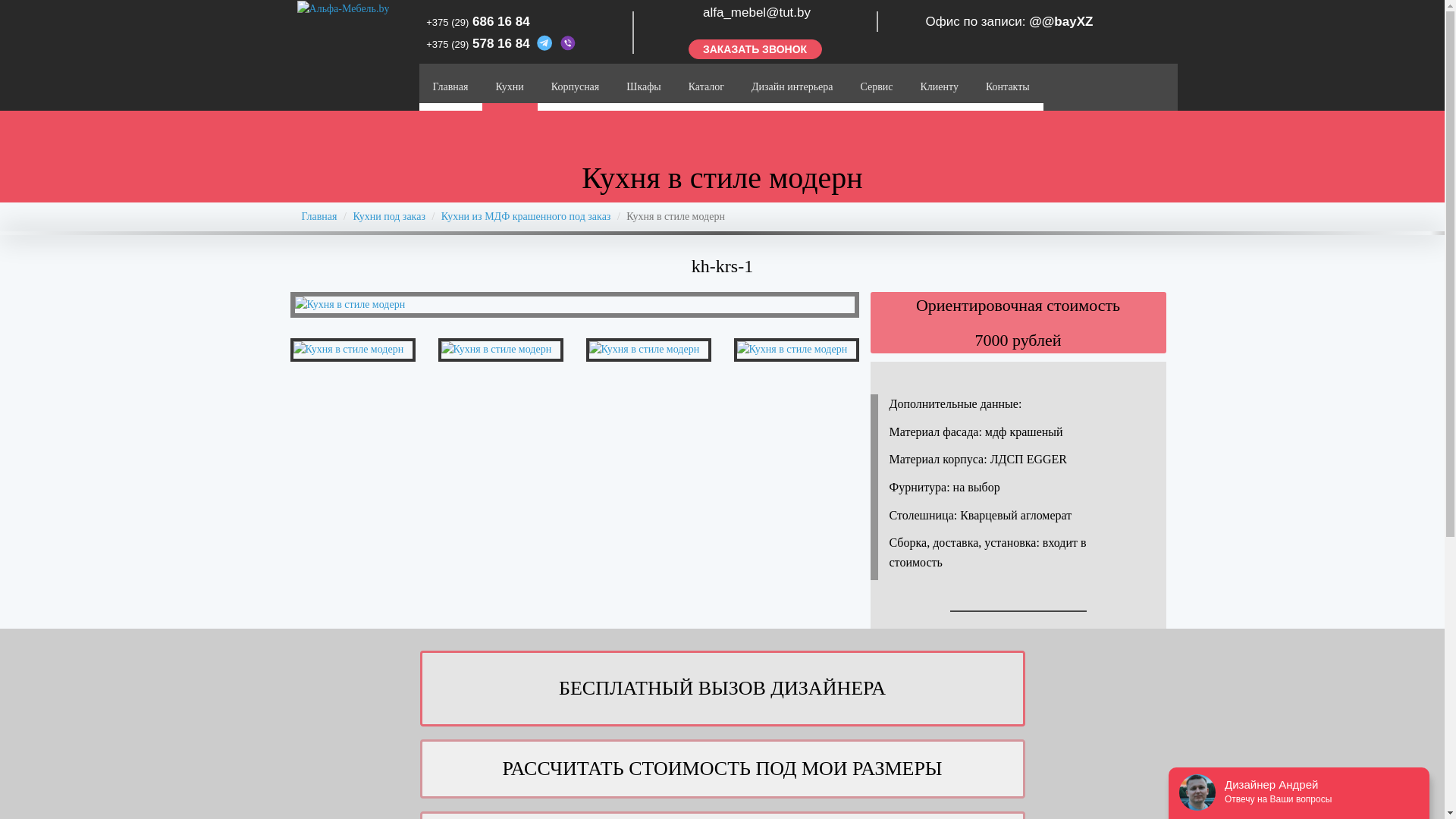 The width and height of the screenshot is (1456, 819). What do you see at coordinates (502, 42) in the screenshot?
I see `'578 16 84'` at bounding box center [502, 42].